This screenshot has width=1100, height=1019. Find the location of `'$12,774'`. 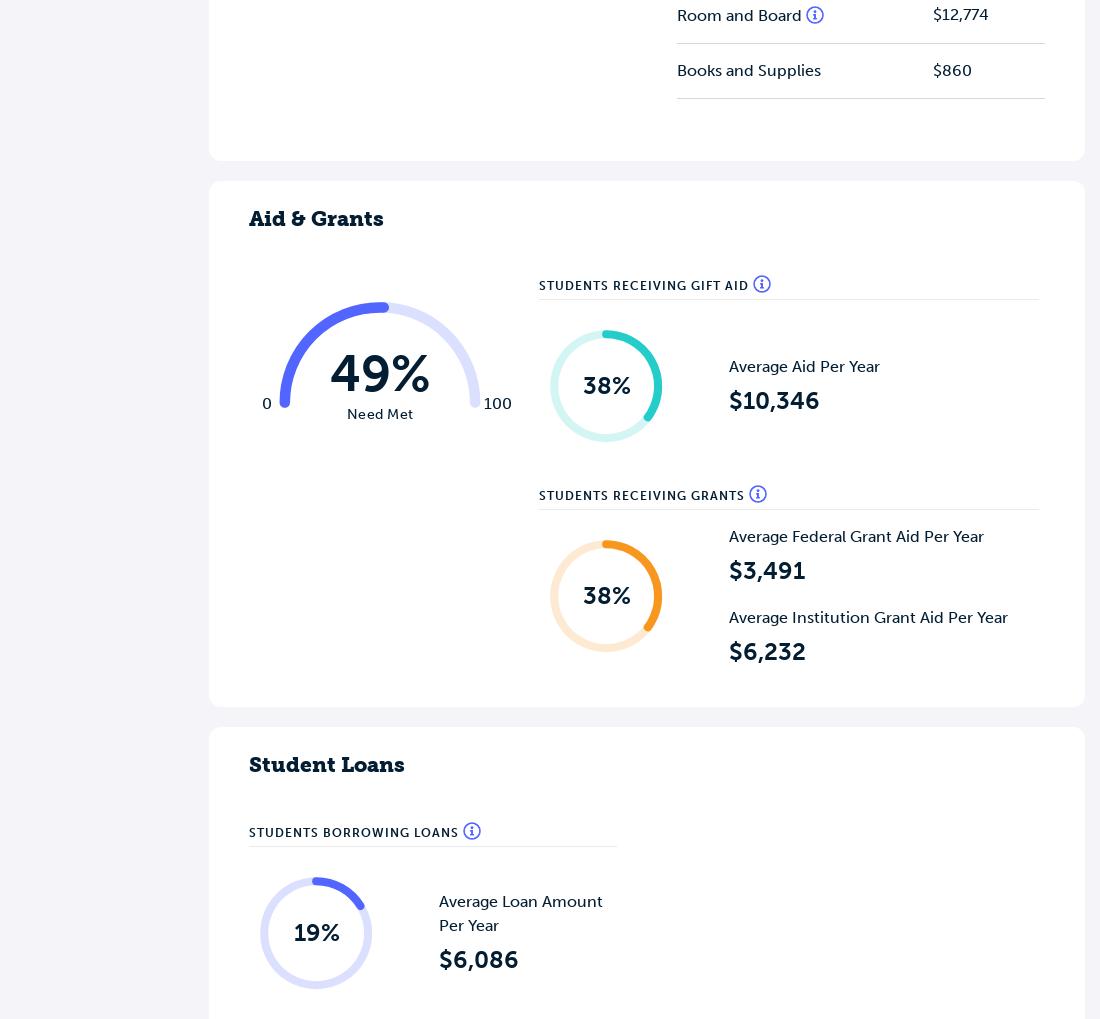

'$12,774' is located at coordinates (959, 13).